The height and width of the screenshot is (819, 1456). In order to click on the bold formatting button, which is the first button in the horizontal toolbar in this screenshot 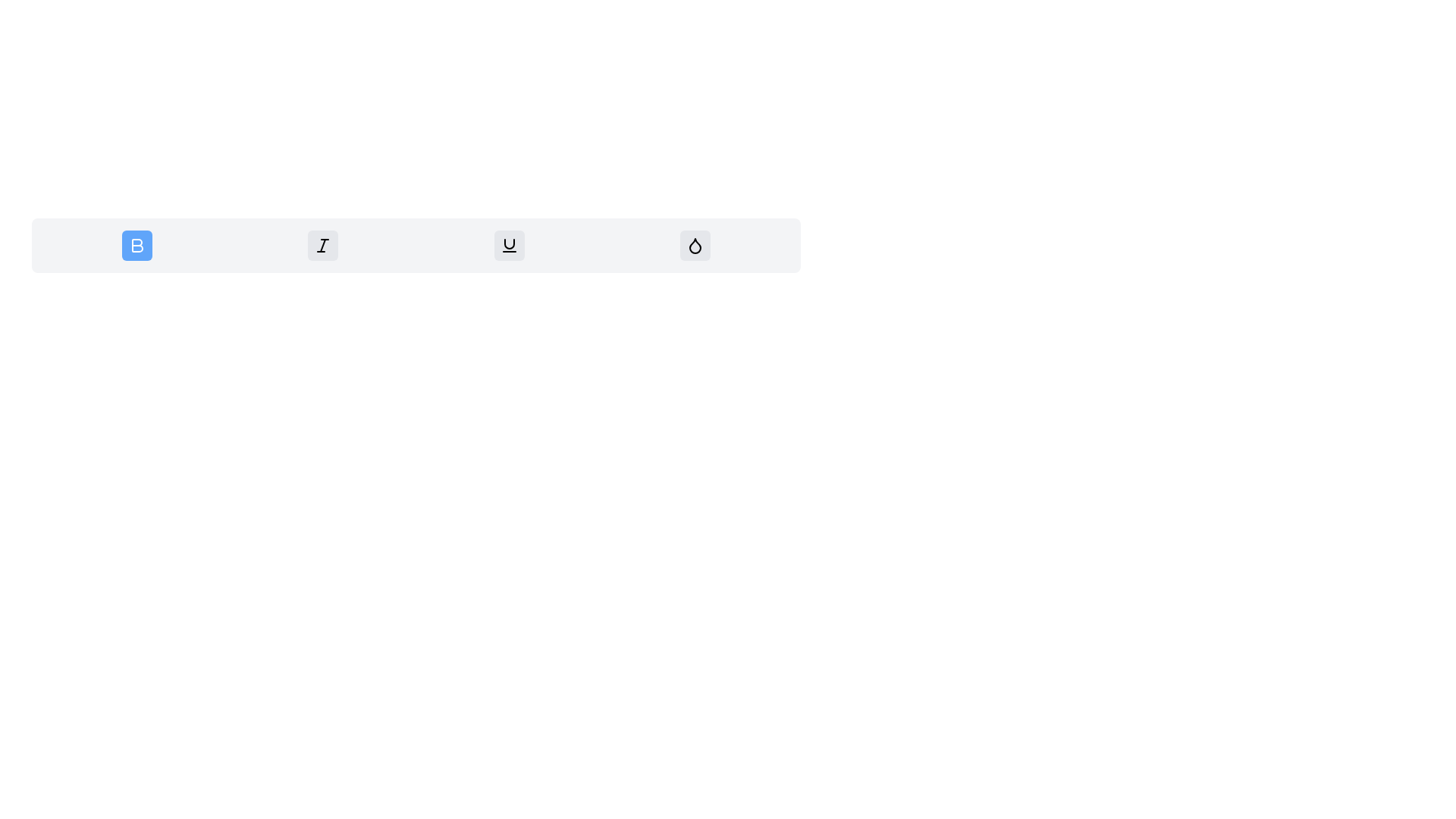, I will do `click(136, 245)`.